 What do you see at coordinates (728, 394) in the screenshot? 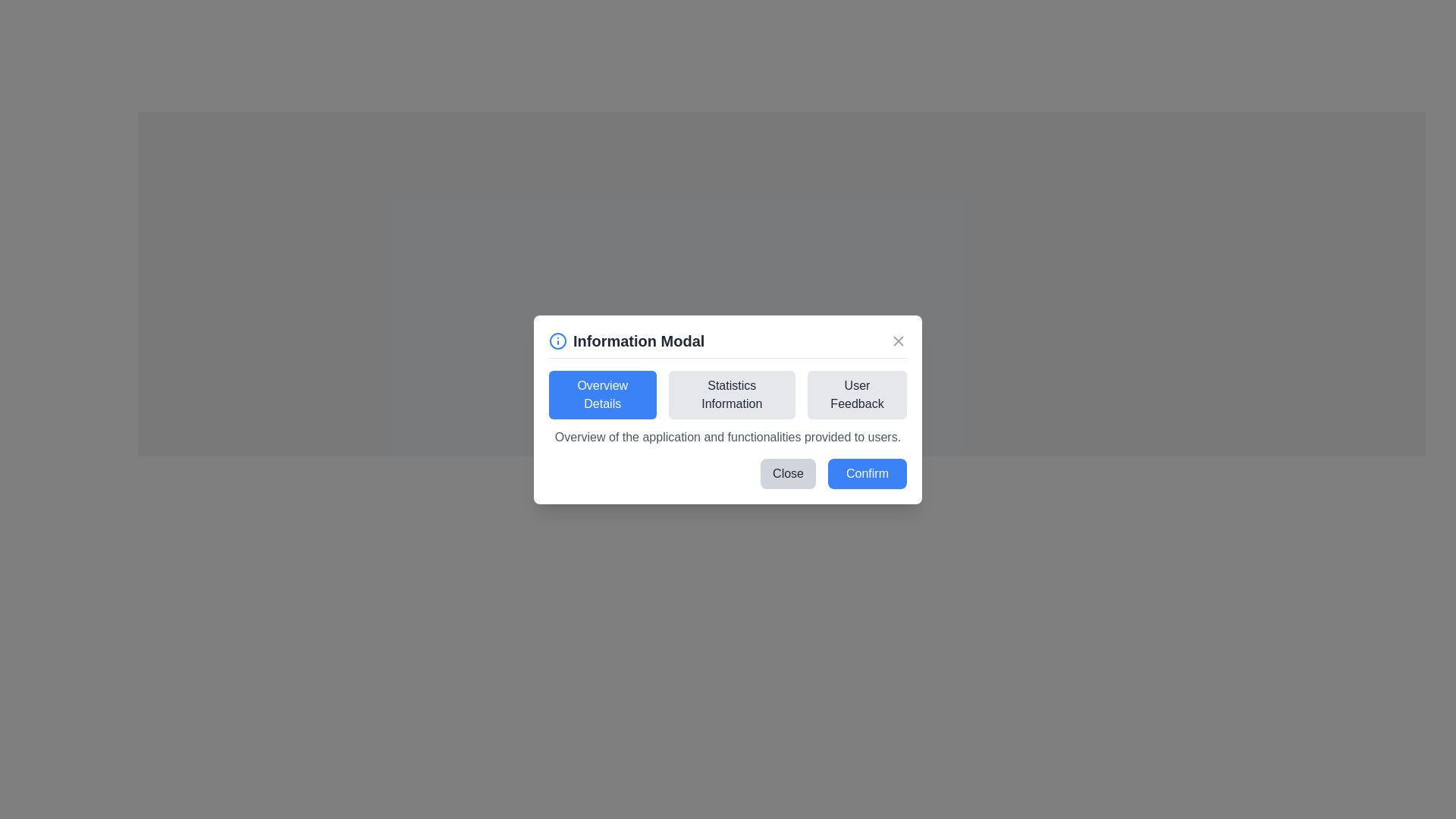
I see `the interactive button located at the center of a row of three buttons, which is positioned between 'Overview Details' and 'User Feedback'` at bounding box center [728, 394].